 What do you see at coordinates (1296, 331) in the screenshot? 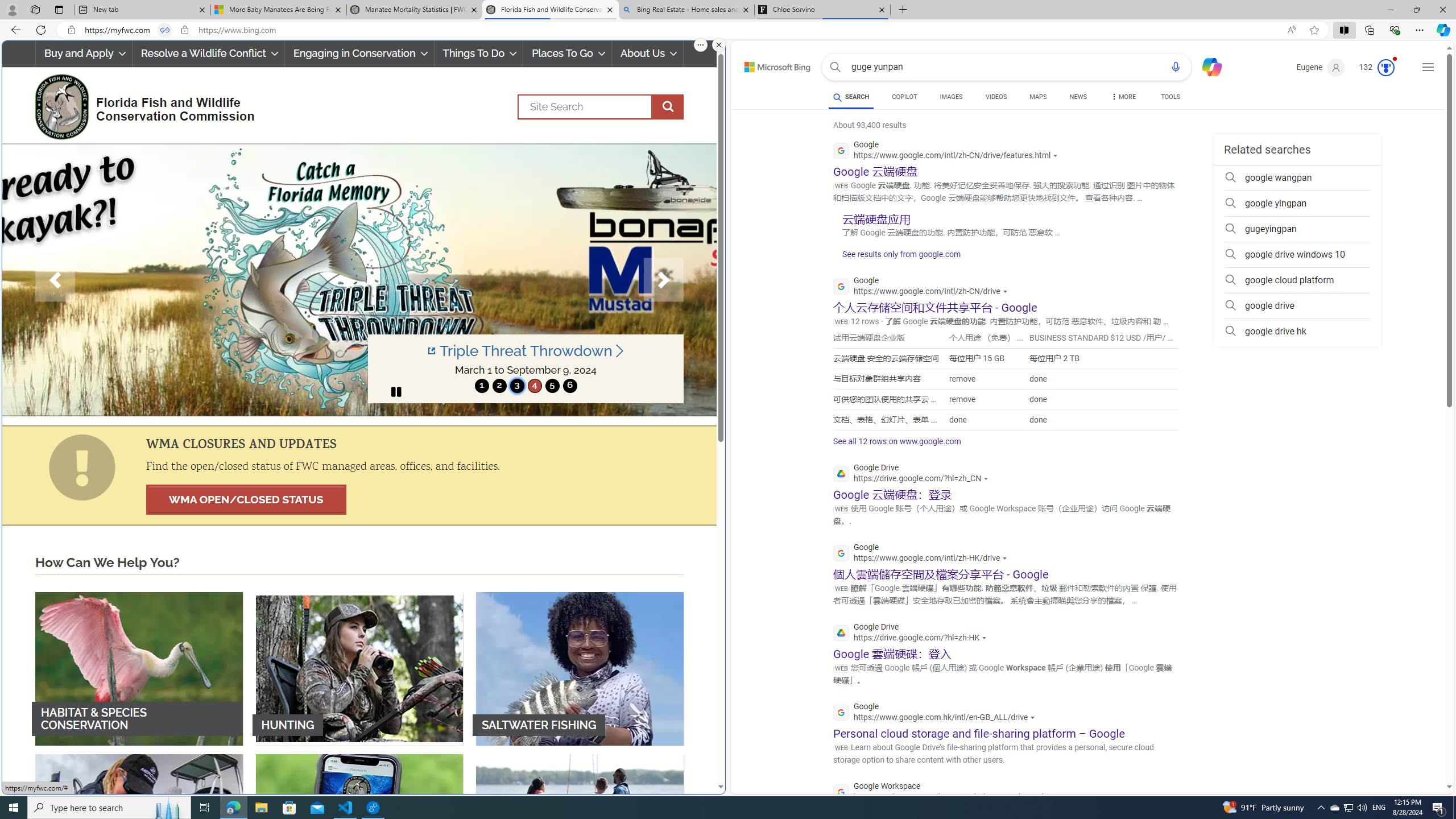
I see `'google drive hk'` at bounding box center [1296, 331].